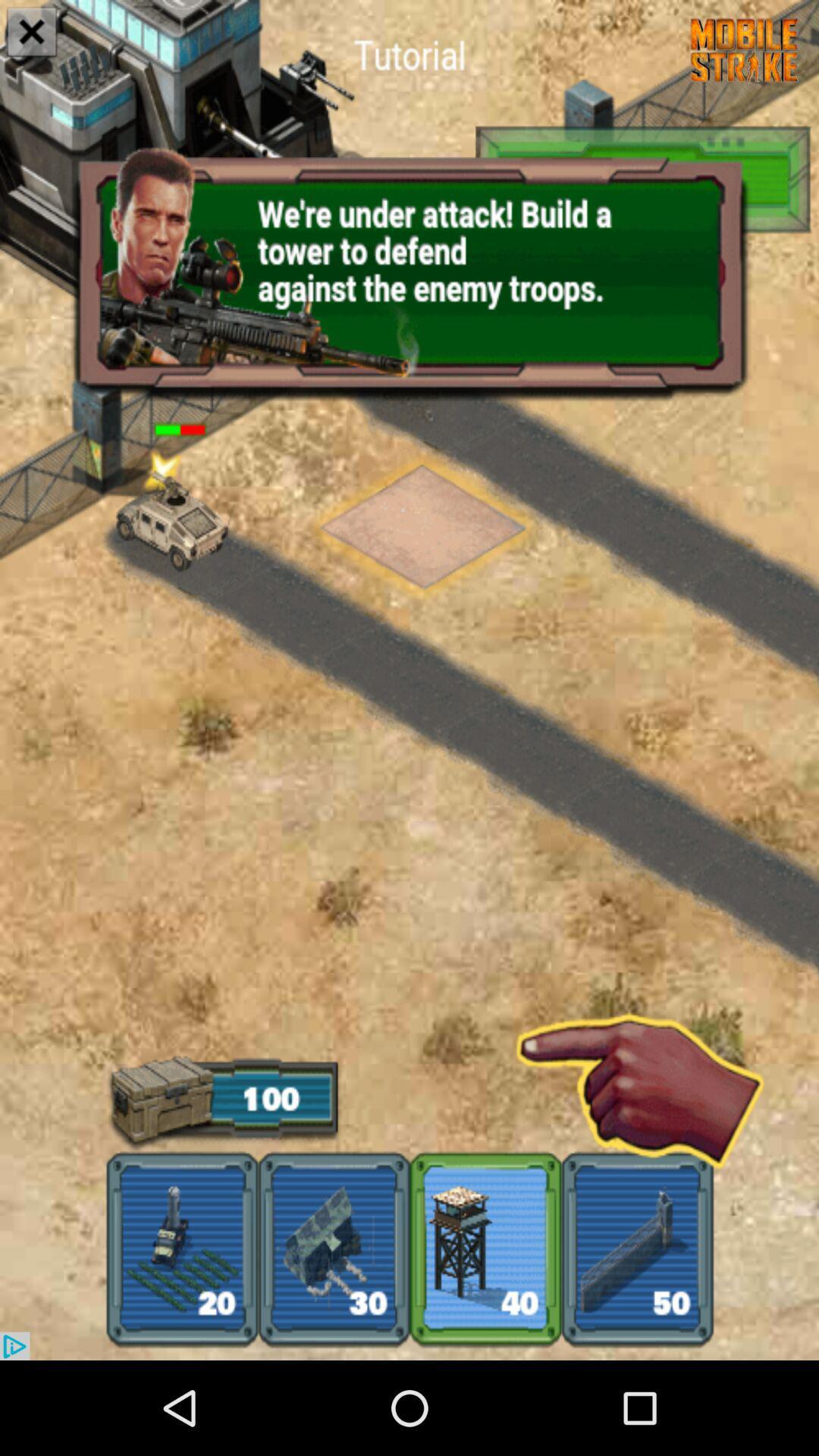 This screenshot has width=819, height=1456. Describe the element at coordinates (32, 33) in the screenshot. I see `the close icon` at that location.